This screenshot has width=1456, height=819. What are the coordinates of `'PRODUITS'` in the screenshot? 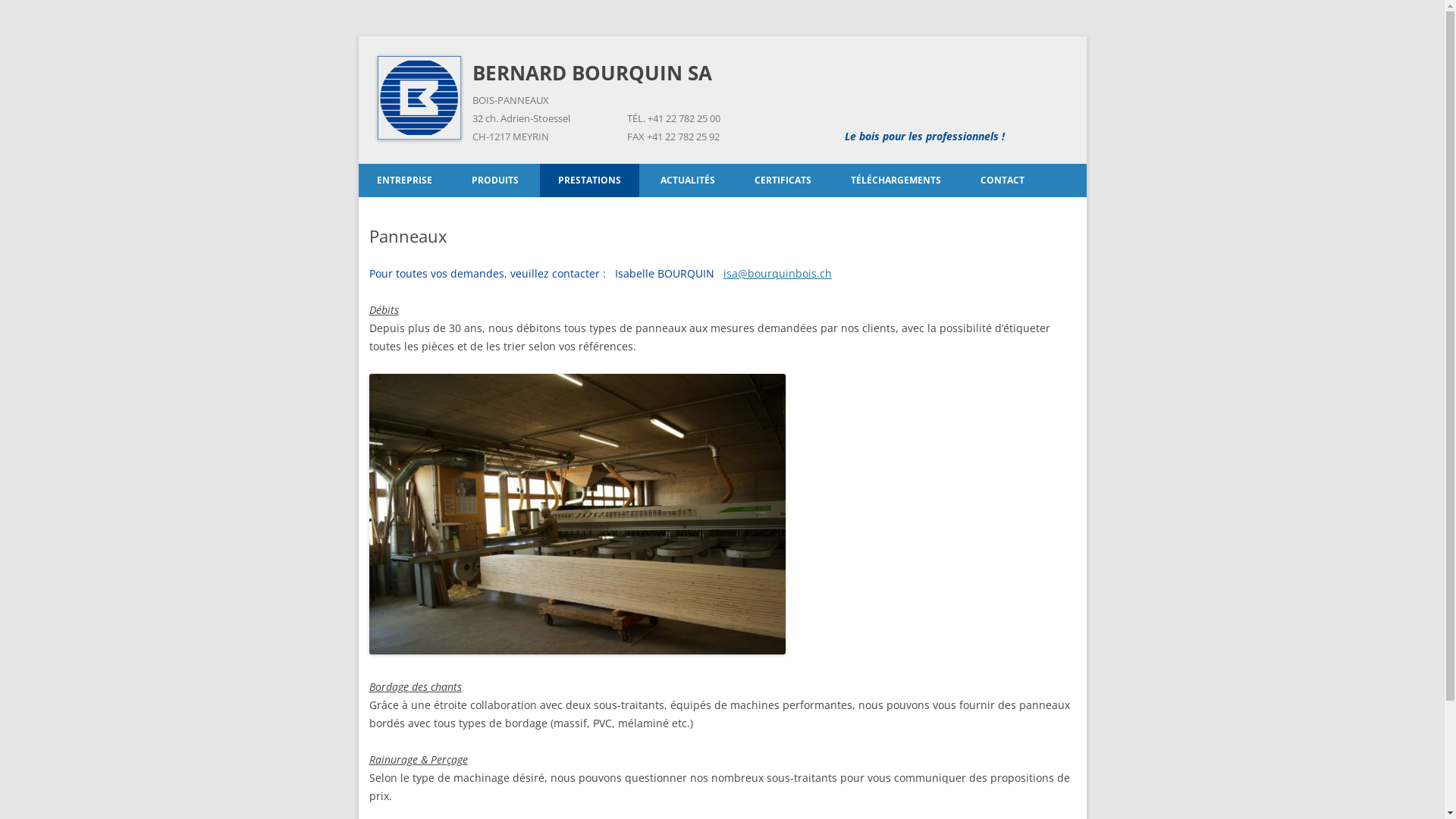 It's located at (494, 180).